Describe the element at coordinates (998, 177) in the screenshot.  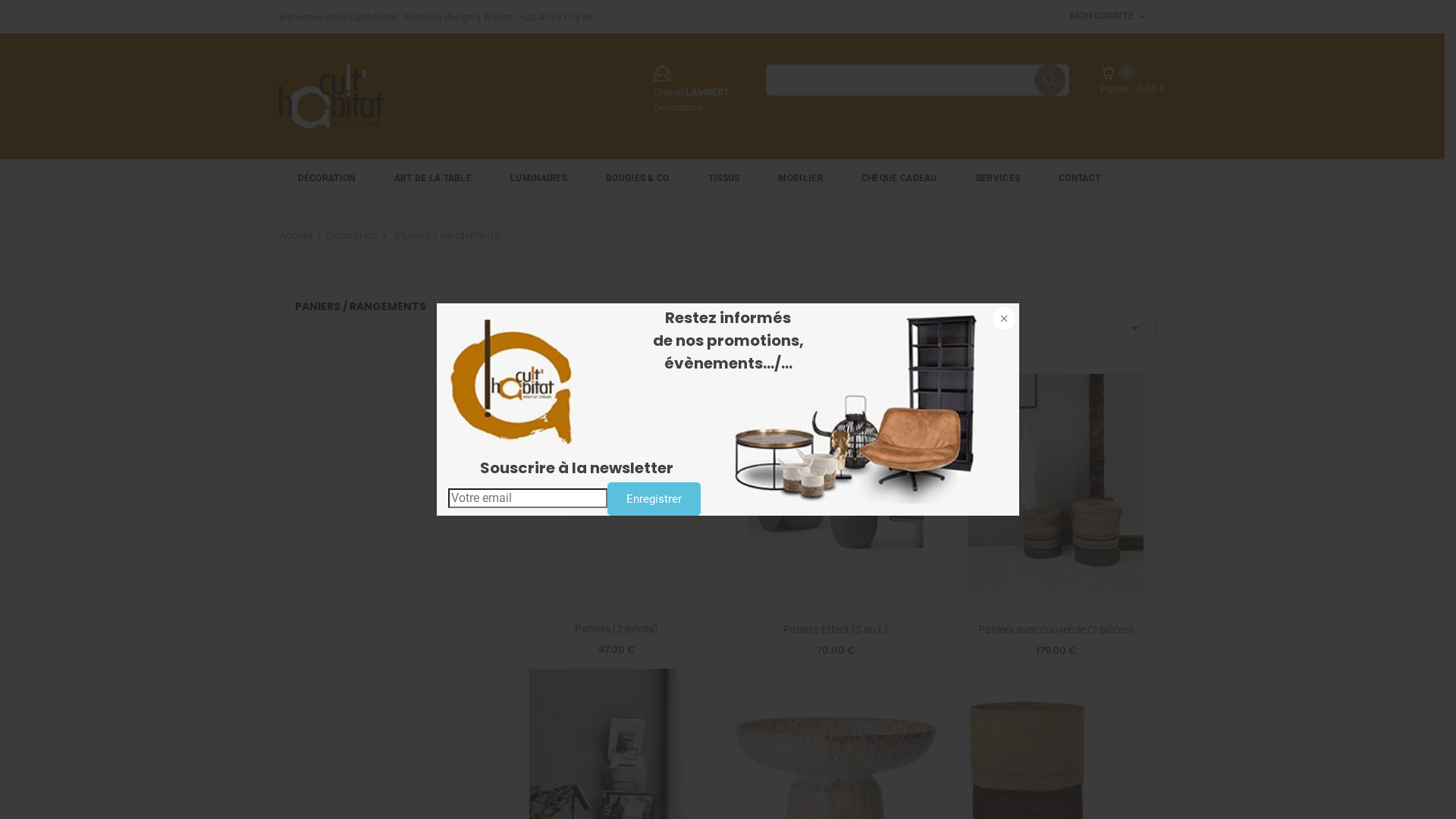
I see `'SERVICES'` at that location.